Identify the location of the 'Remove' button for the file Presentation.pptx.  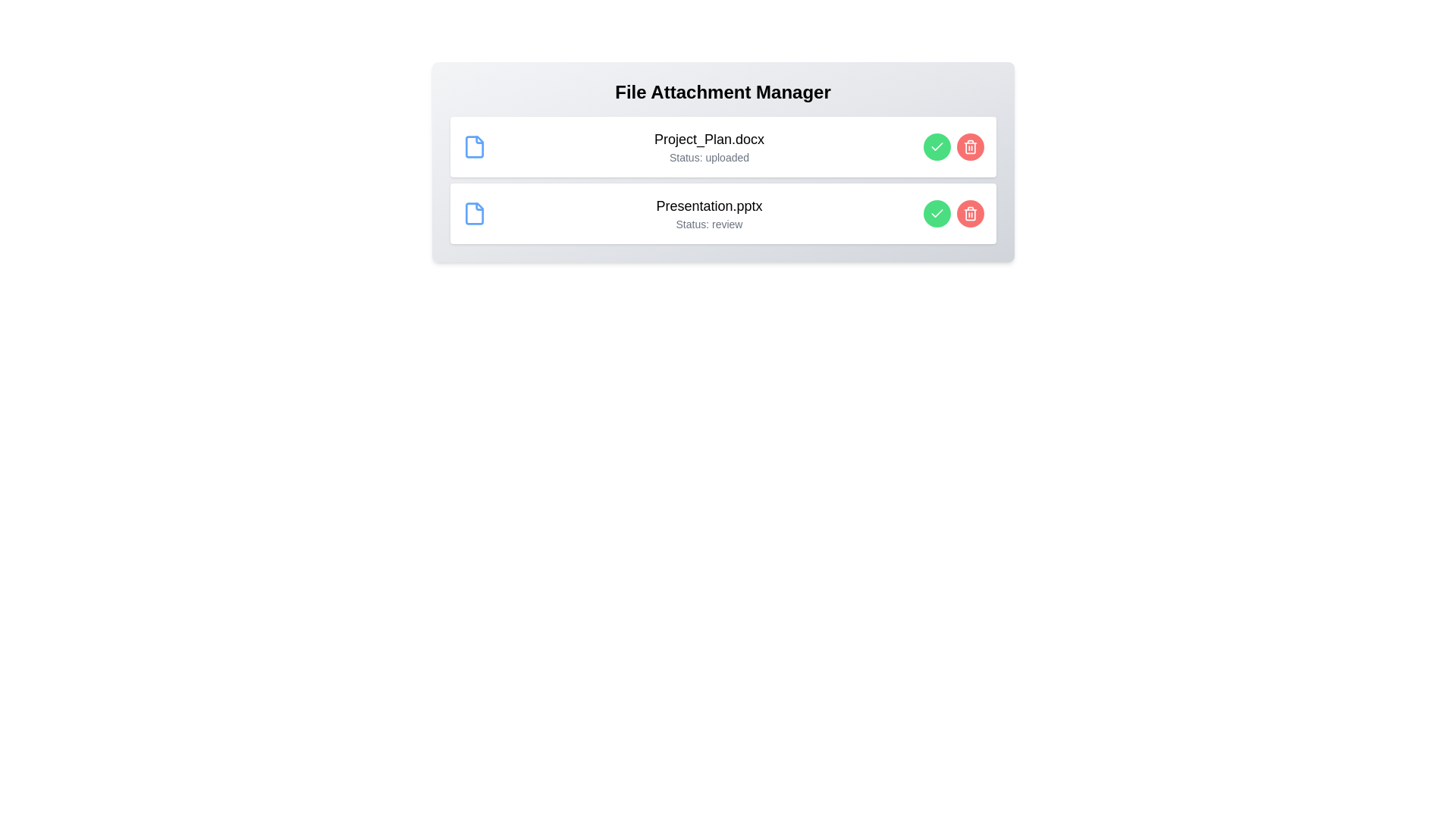
(969, 213).